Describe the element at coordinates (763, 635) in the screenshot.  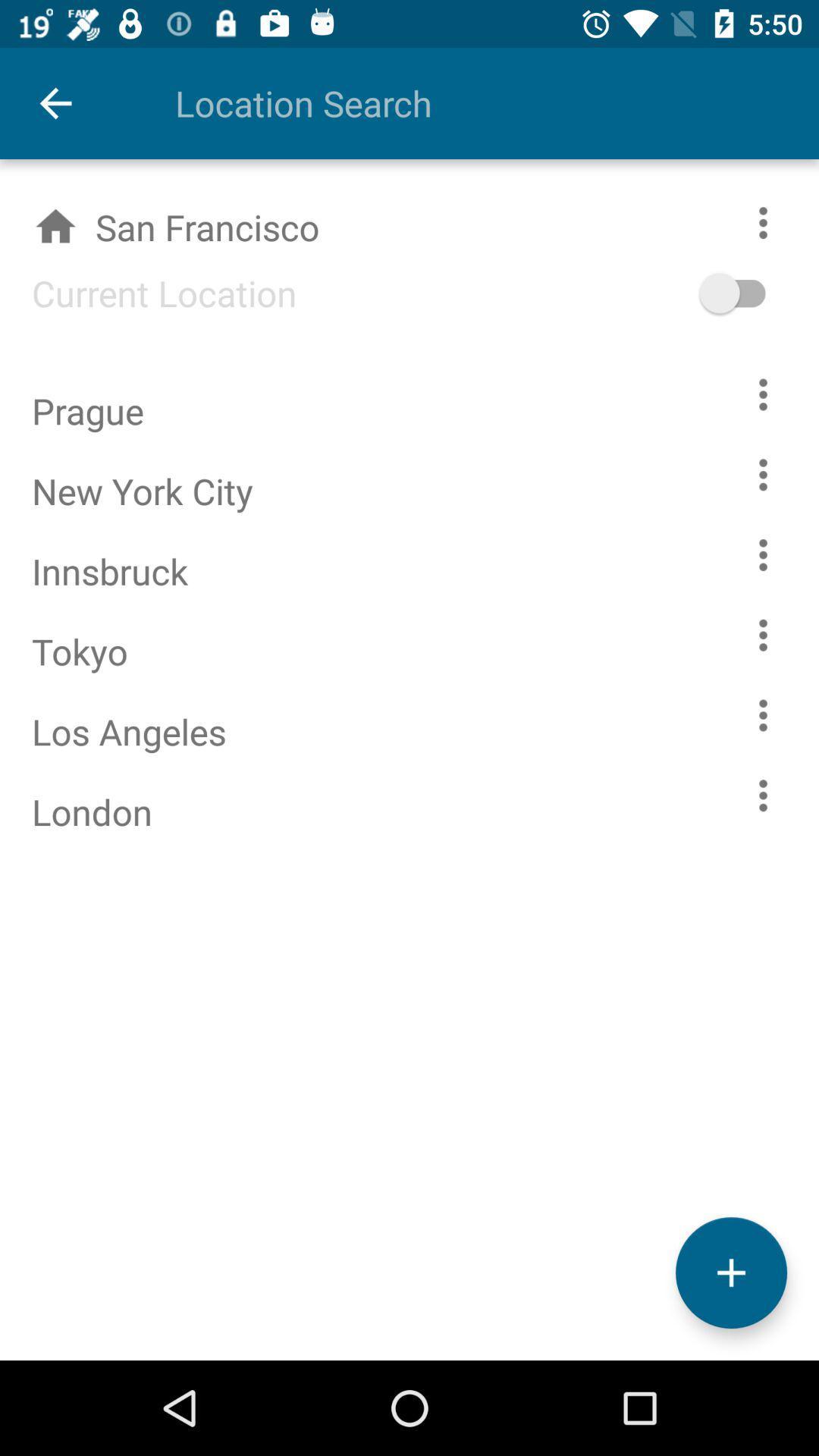
I see `see more options` at that location.